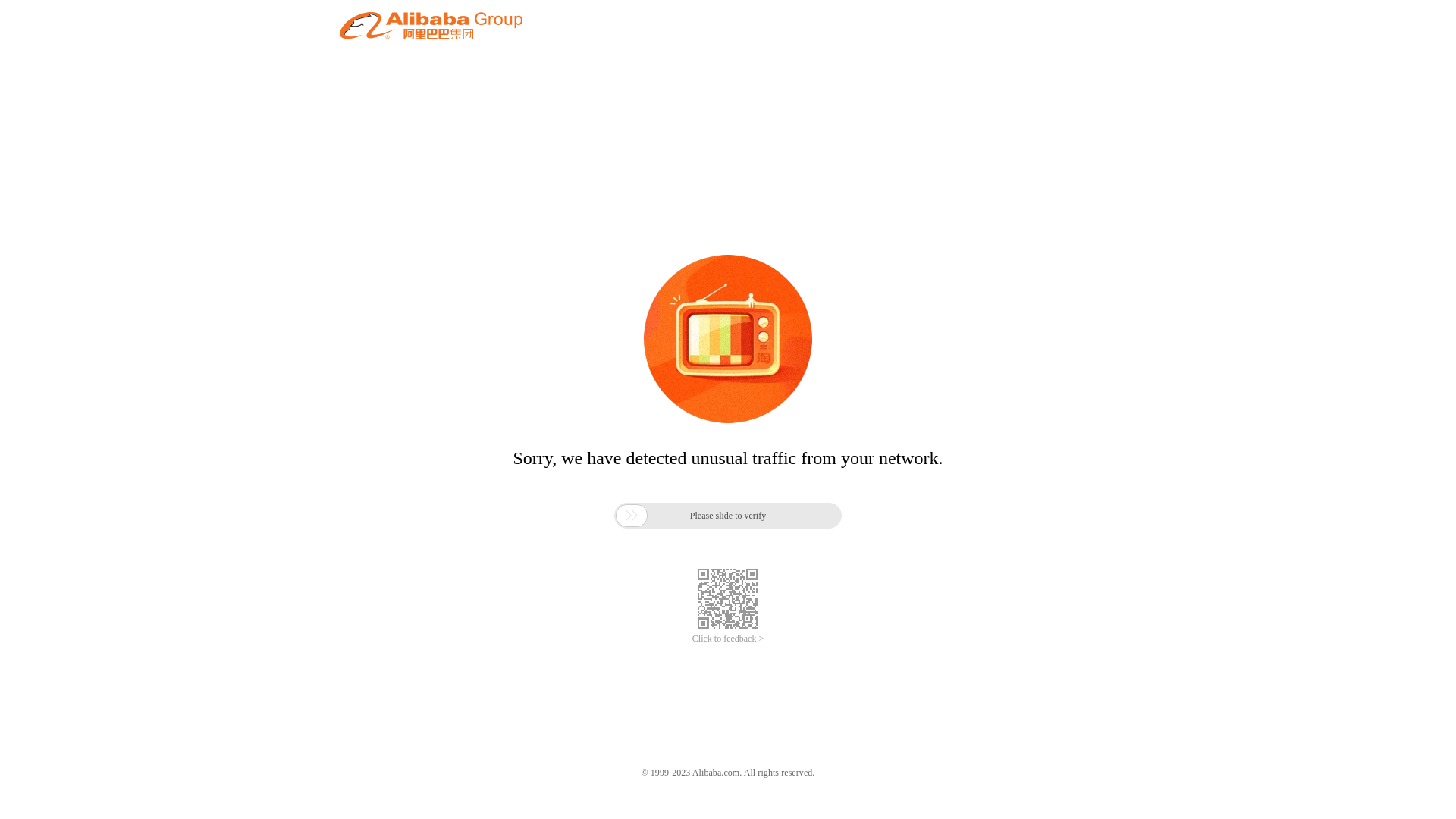 The height and width of the screenshot is (819, 1456). Describe the element at coordinates (728, 639) in the screenshot. I see `'Click to feedback >'` at that location.